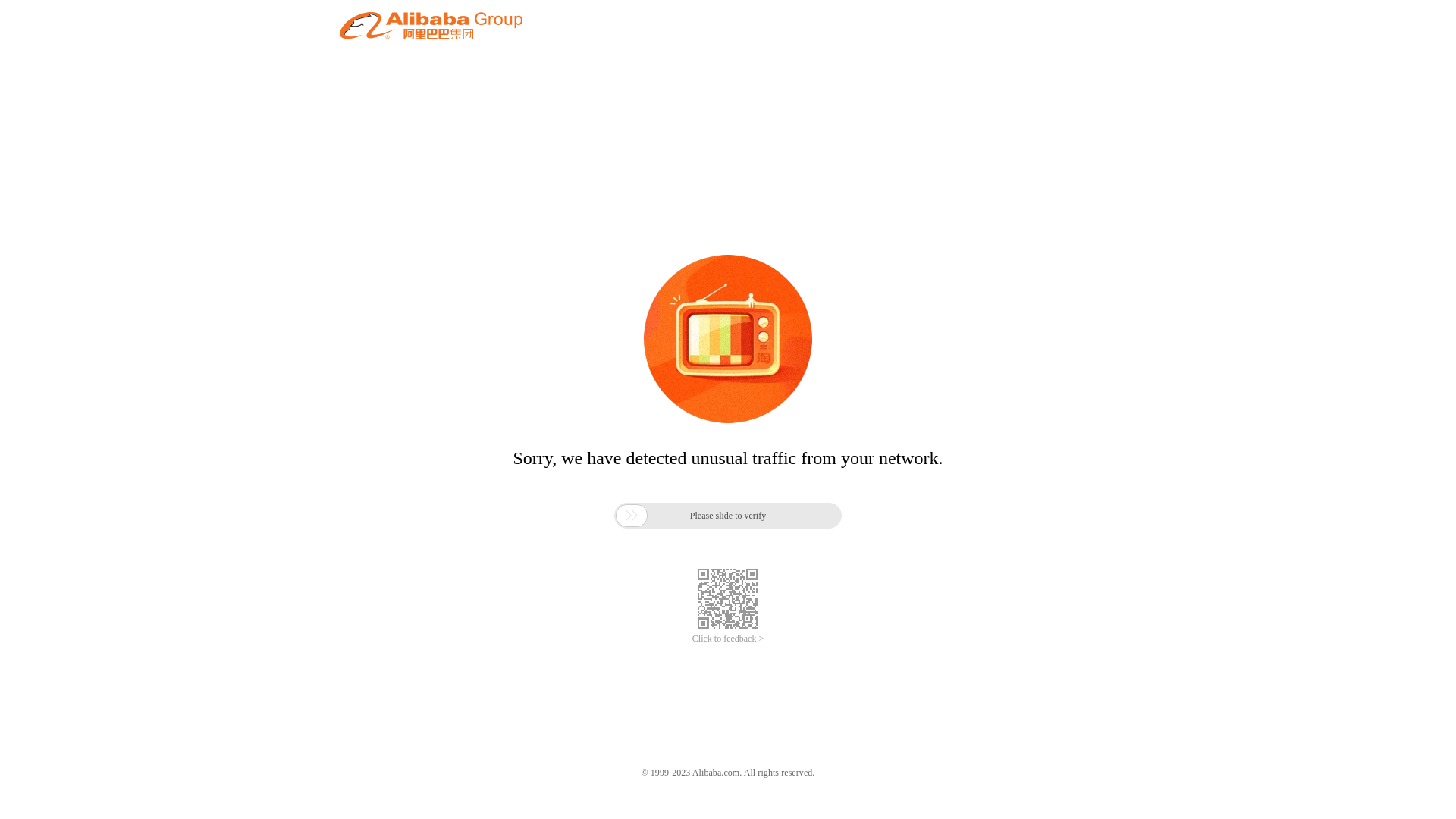 The height and width of the screenshot is (819, 1456). Describe the element at coordinates (728, 639) in the screenshot. I see `'Click to feedback >'` at that location.